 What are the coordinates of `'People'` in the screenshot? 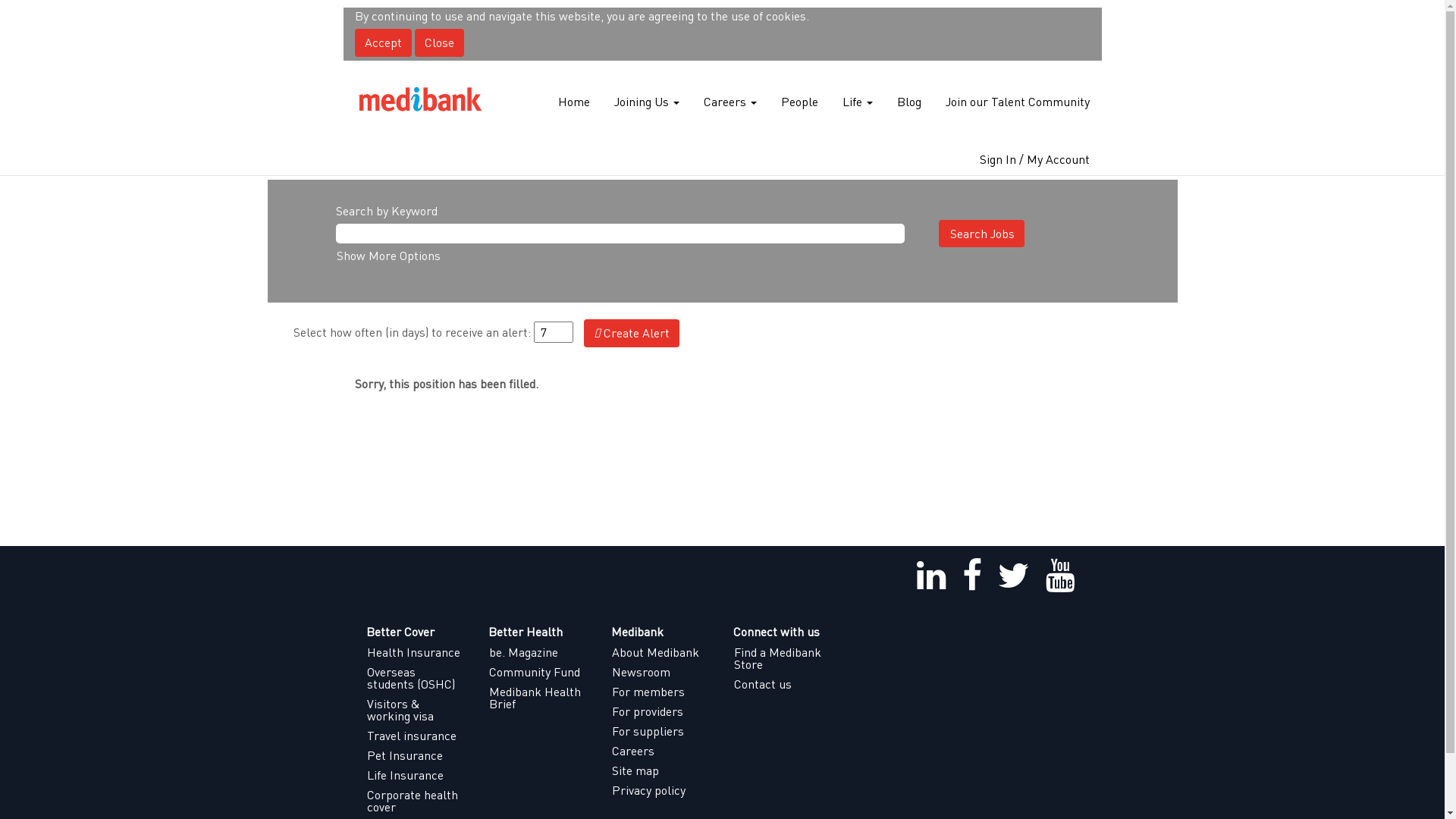 It's located at (798, 102).